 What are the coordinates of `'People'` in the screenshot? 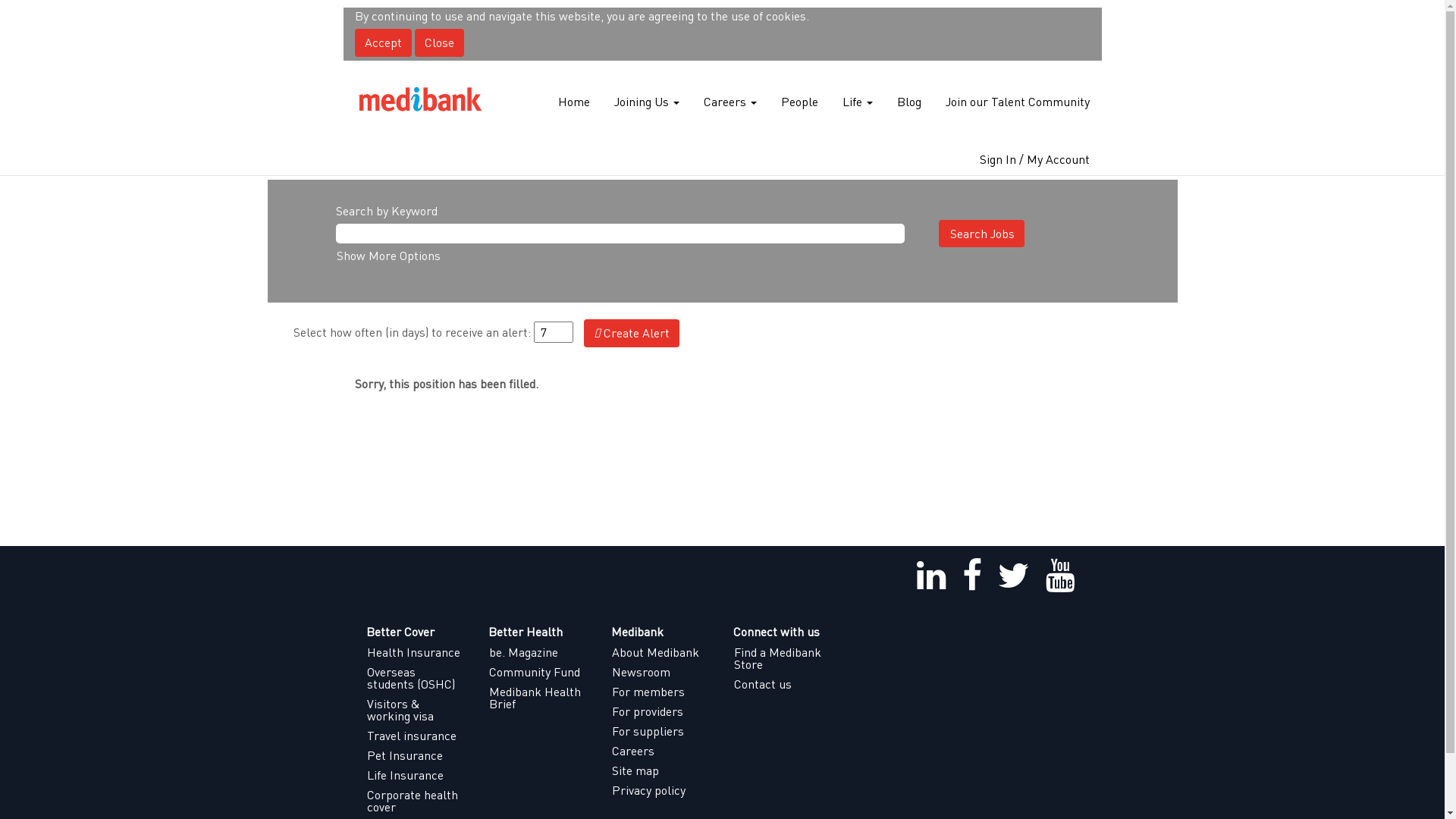 It's located at (798, 102).